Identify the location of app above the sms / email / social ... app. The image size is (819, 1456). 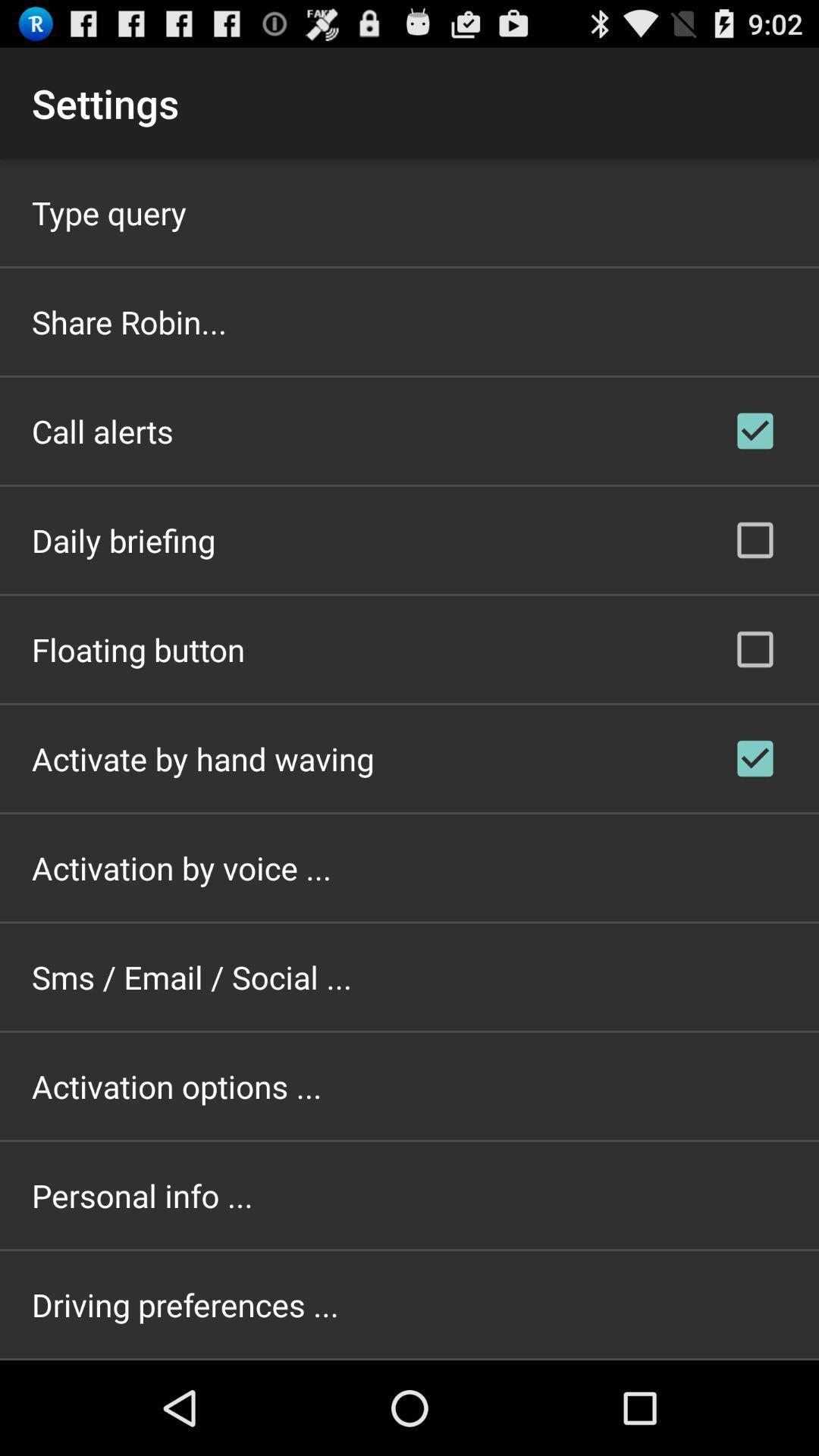
(180, 868).